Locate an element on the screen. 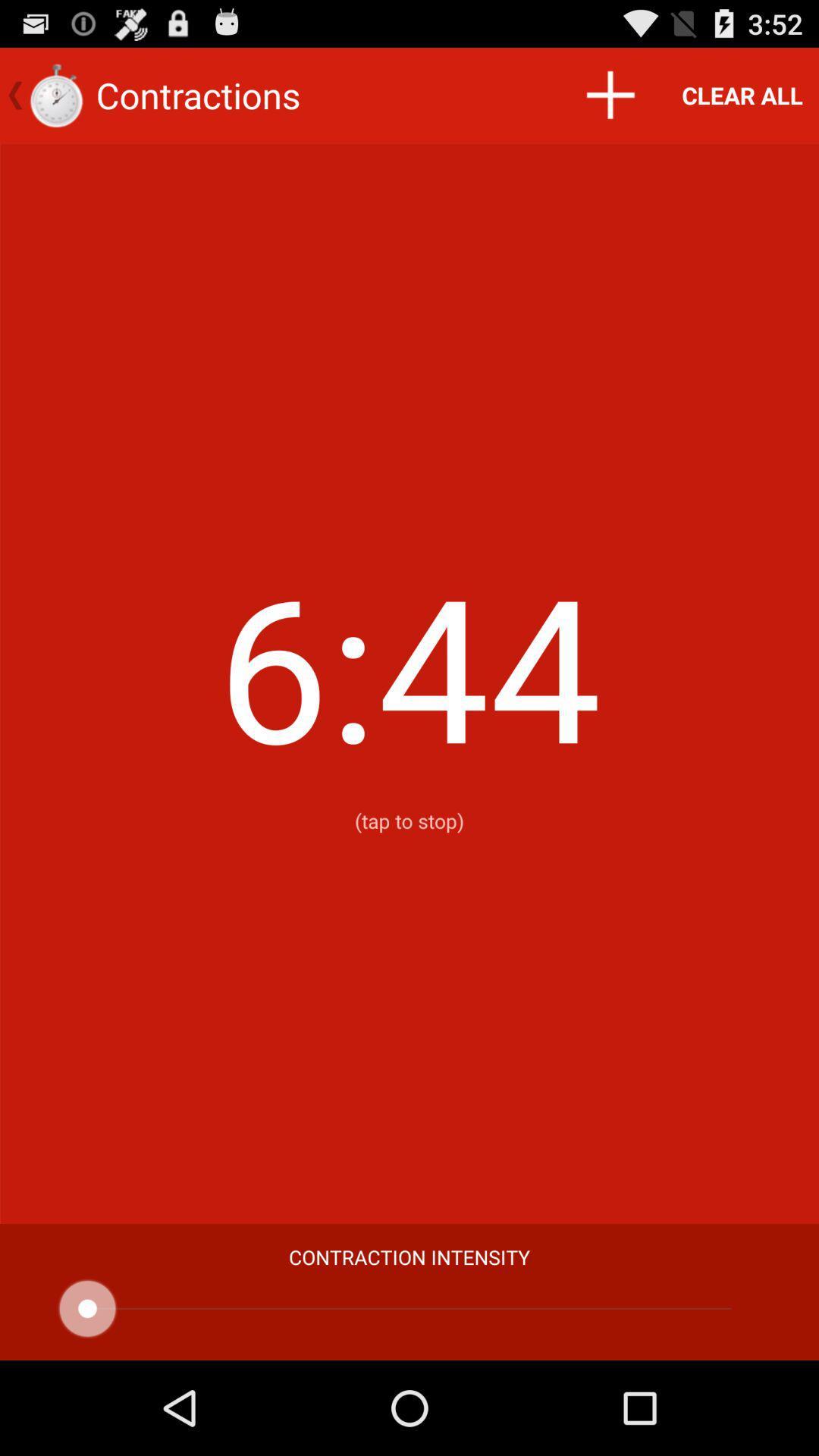  option right to addition symbol on top right is located at coordinates (742, 94).